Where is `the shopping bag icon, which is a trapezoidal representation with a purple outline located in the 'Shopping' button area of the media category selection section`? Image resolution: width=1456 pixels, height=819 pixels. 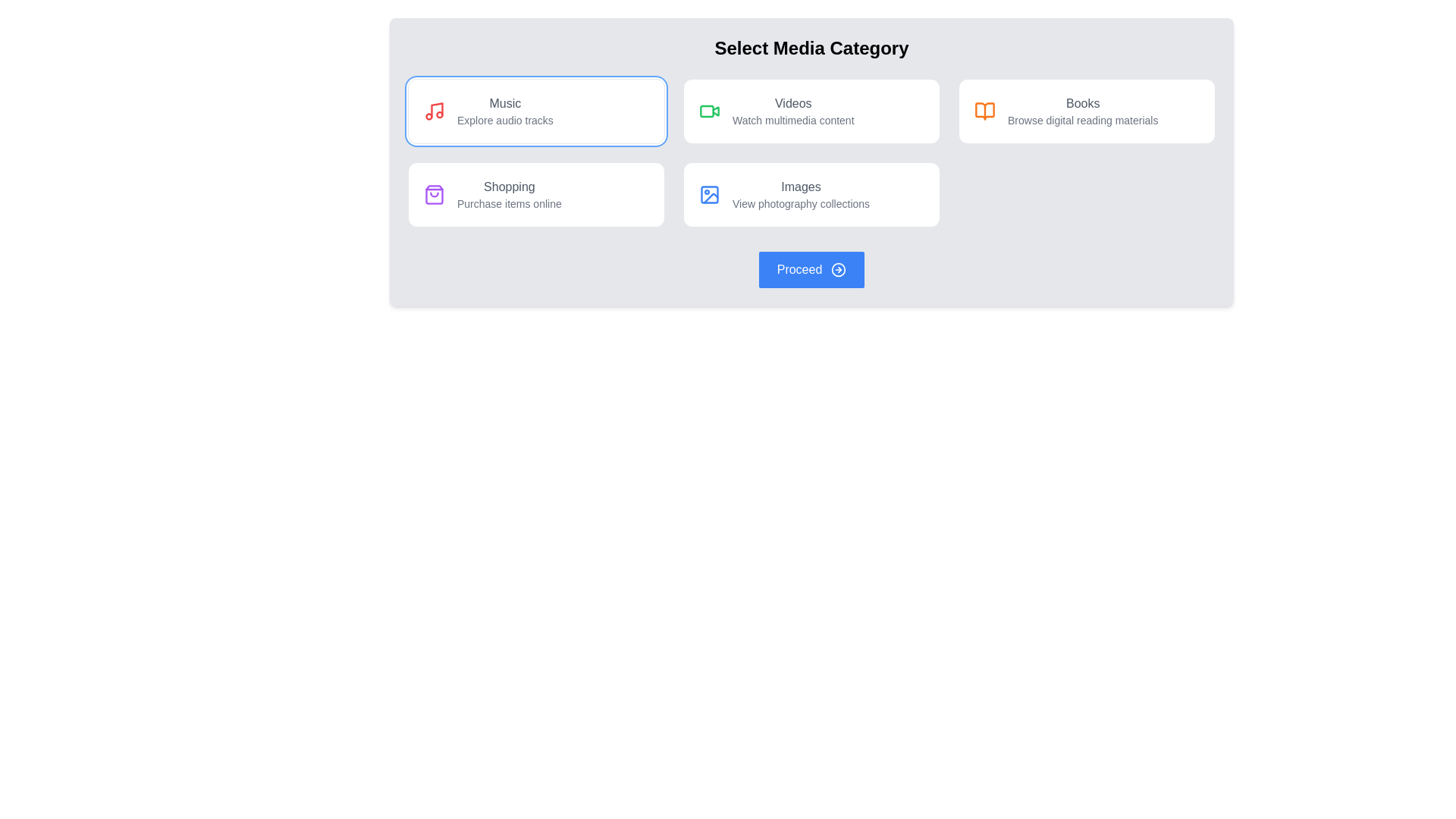
the shopping bag icon, which is a trapezoidal representation with a purple outline located in the 'Shopping' button area of the media category selection section is located at coordinates (433, 193).